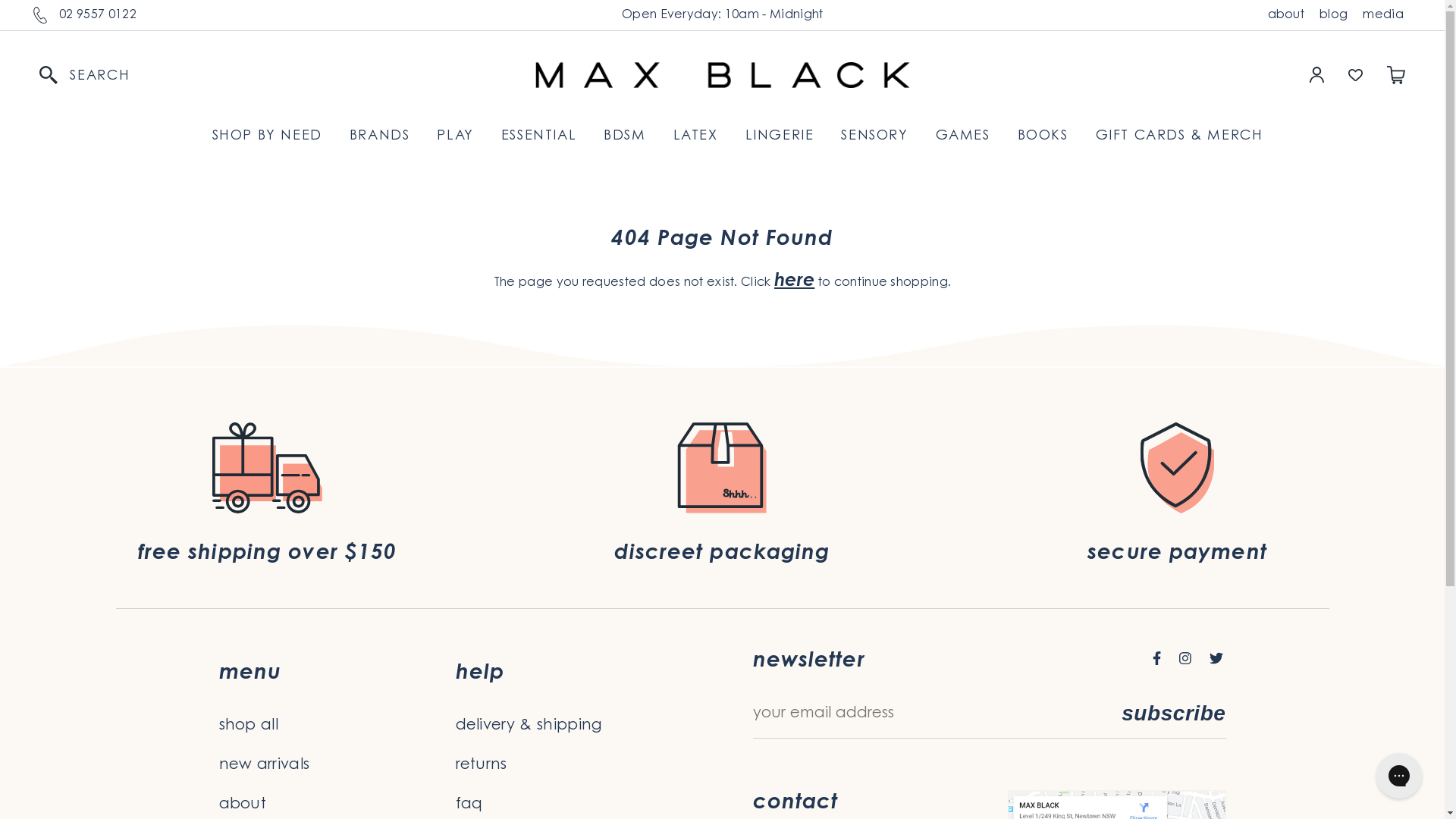 The height and width of the screenshot is (819, 1456). I want to click on 'blog', so click(1310, 14).